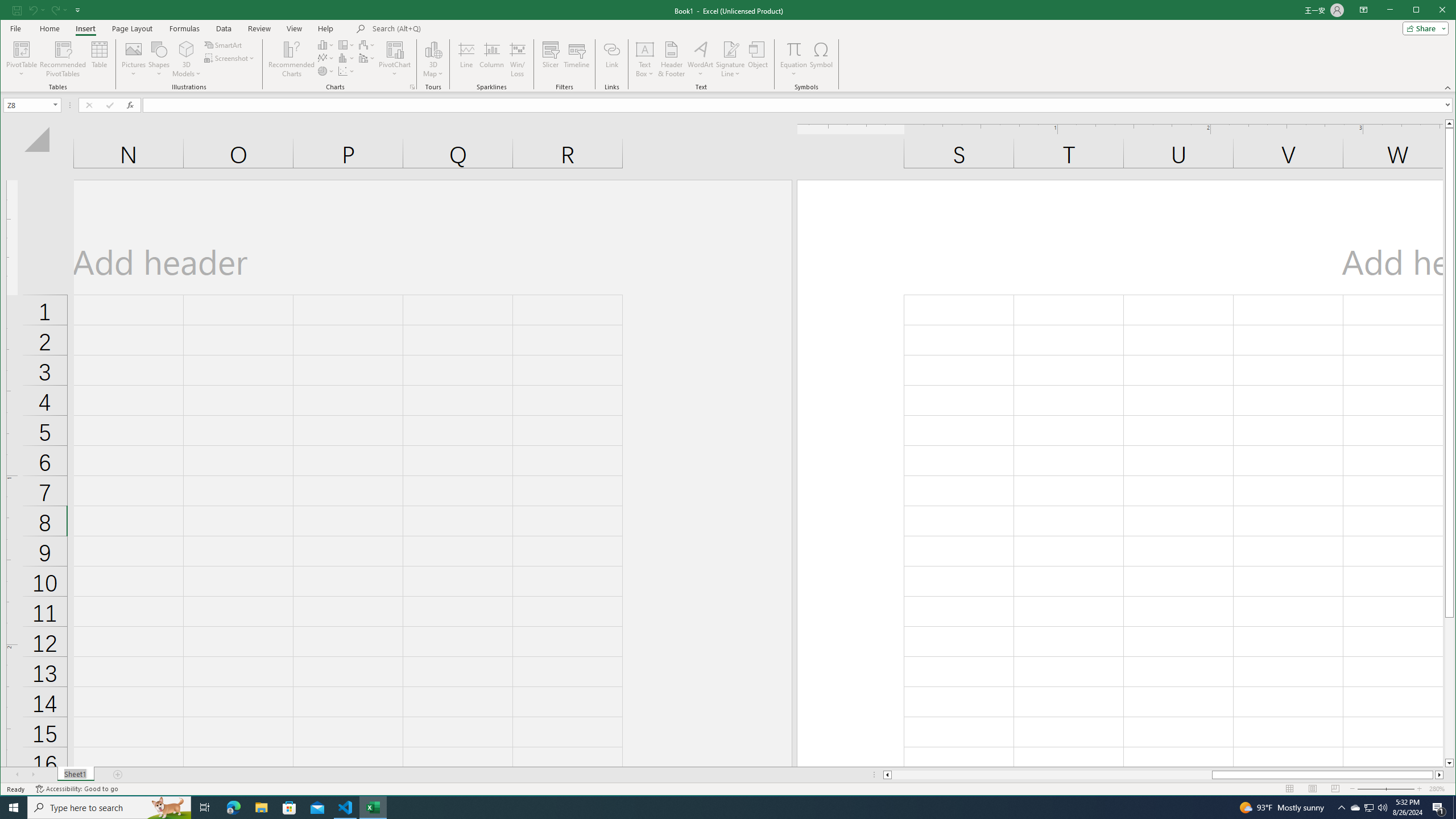  What do you see at coordinates (366, 58) in the screenshot?
I see `'Insert Combo Chart'` at bounding box center [366, 58].